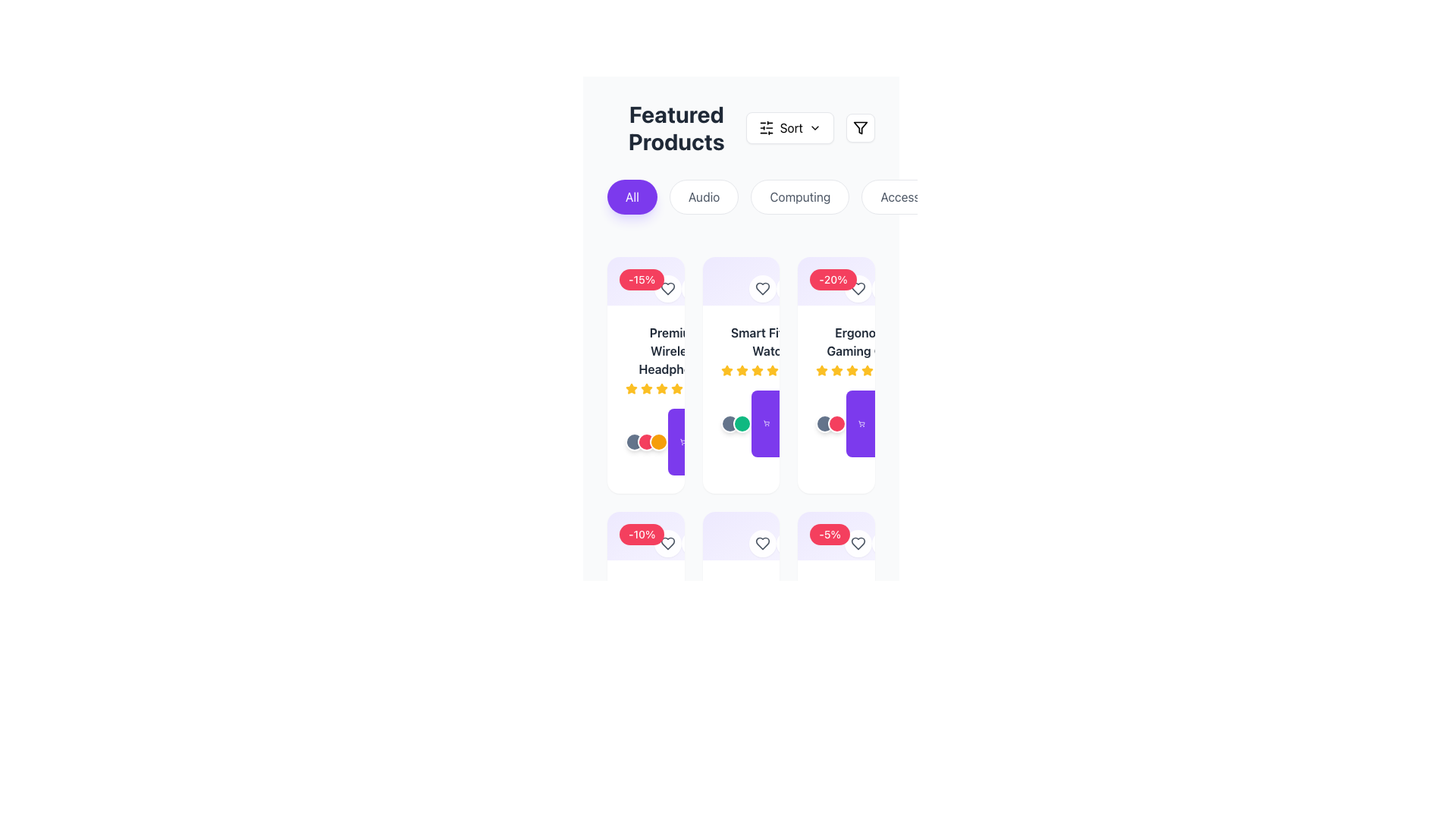  What do you see at coordinates (821, 370) in the screenshot?
I see `the second yellow star icon in the rating section of the product card, which is located beneath the product name and above the product description` at bounding box center [821, 370].